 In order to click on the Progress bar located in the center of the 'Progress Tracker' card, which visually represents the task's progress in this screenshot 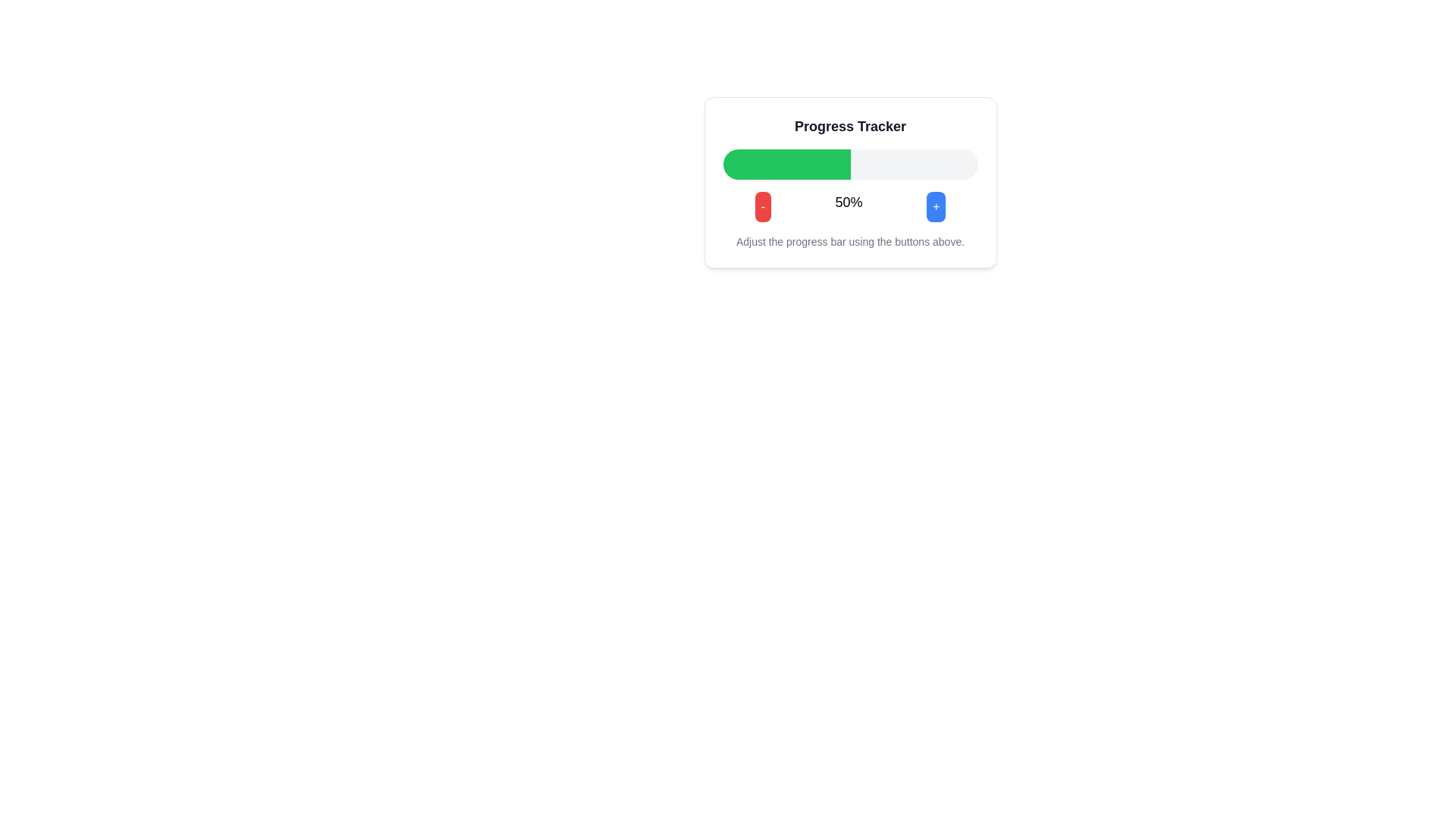, I will do `click(850, 164)`.